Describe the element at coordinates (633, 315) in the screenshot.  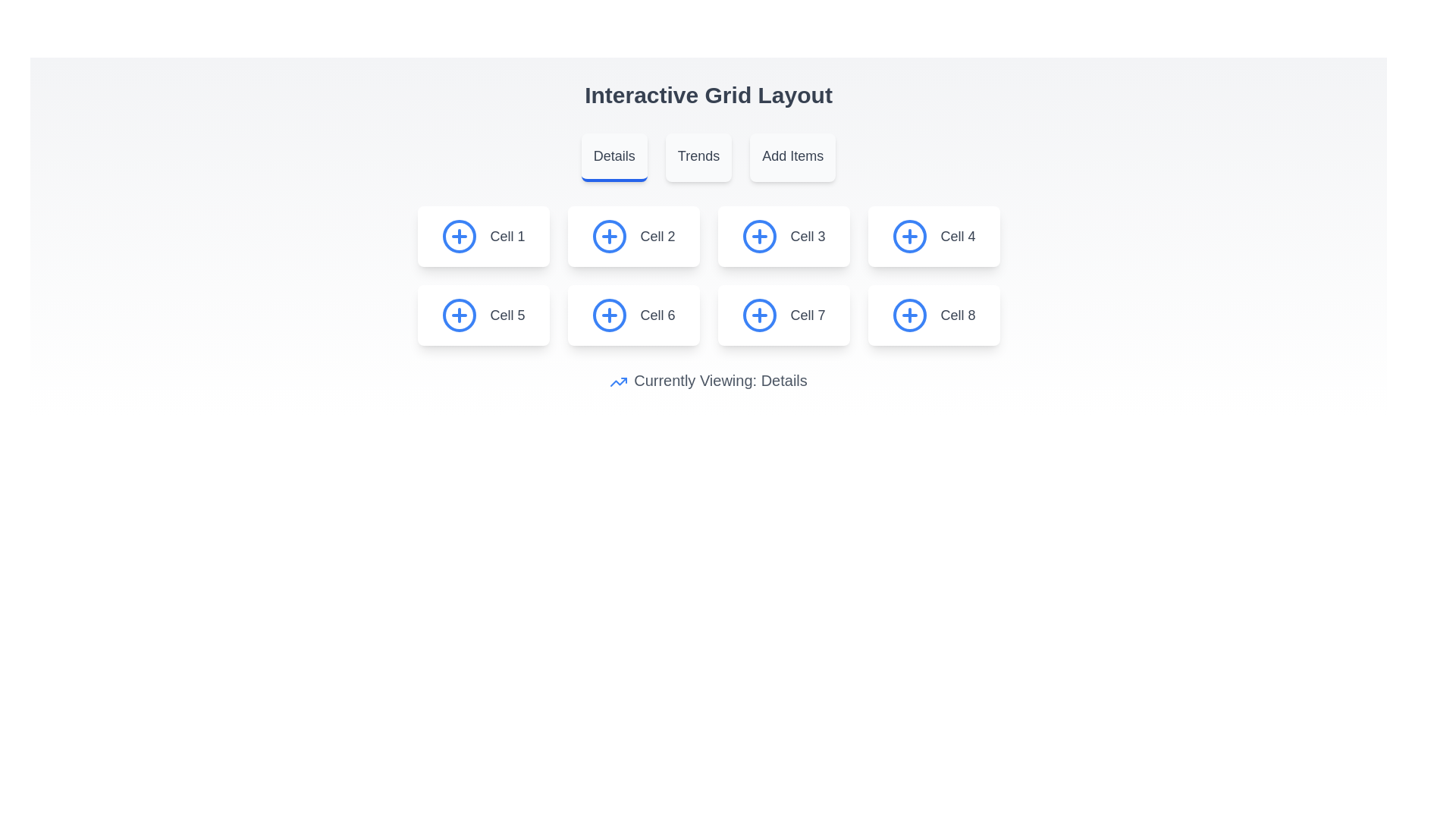
I see `the interactive card labeled 'Cell 6' with a plus icon` at that location.